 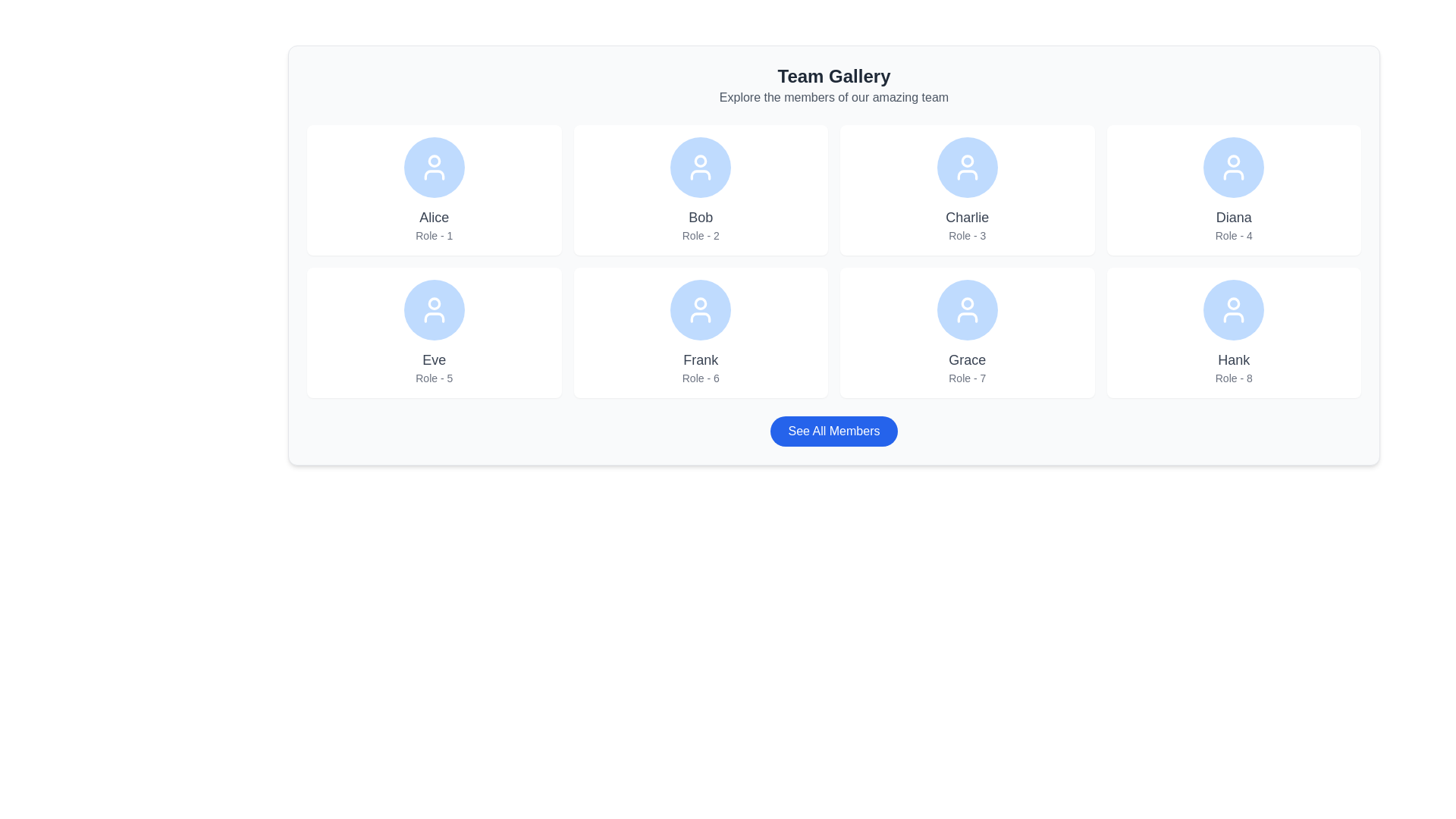 What do you see at coordinates (1234, 167) in the screenshot?
I see `the circular icon with a light blue background and white user silhouette symbol, which is centrally positioned within the card labeled 'Diana \n Role - 4', located in the top right corner of the grid layout` at bounding box center [1234, 167].